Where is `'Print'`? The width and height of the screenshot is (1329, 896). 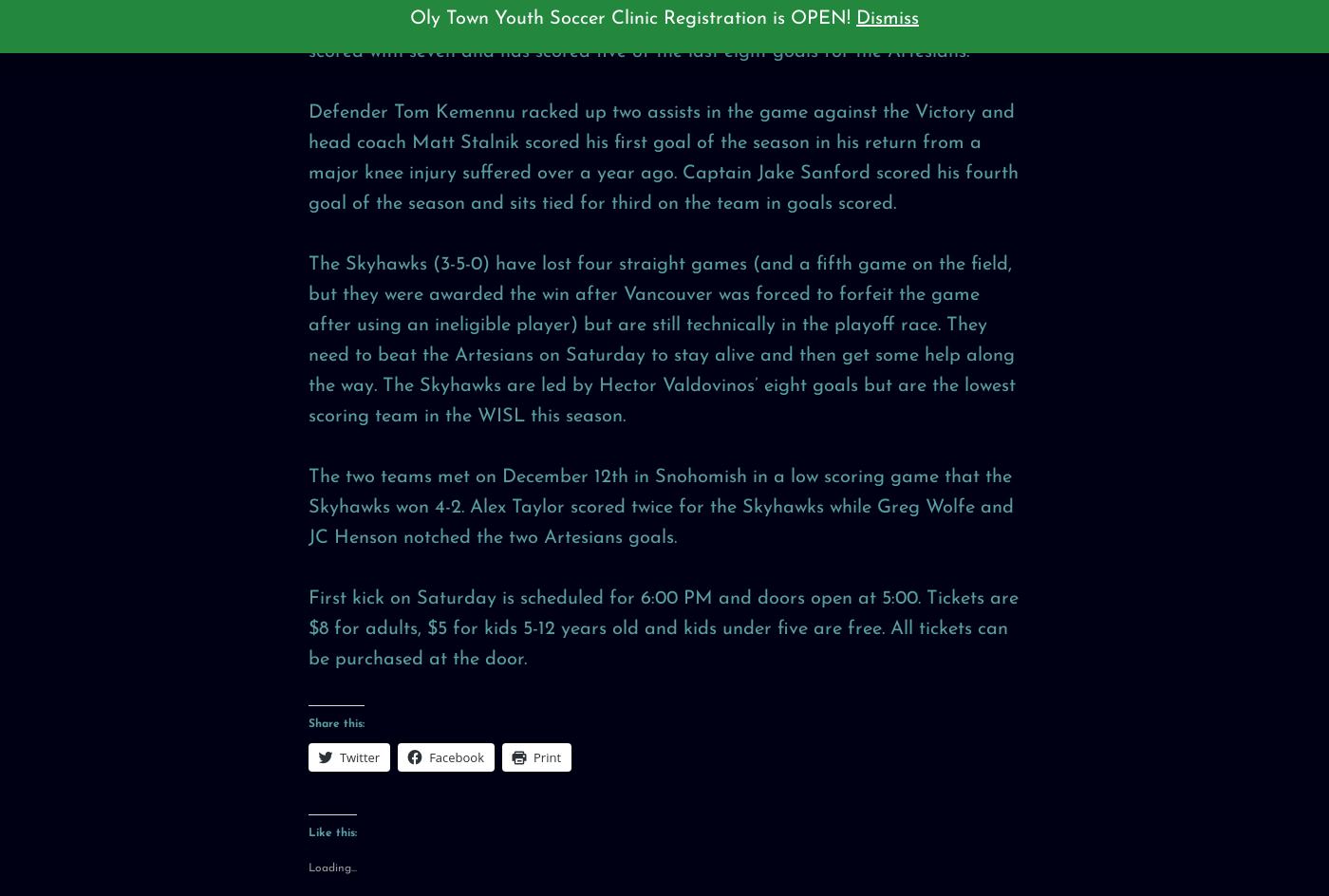 'Print' is located at coordinates (547, 756).